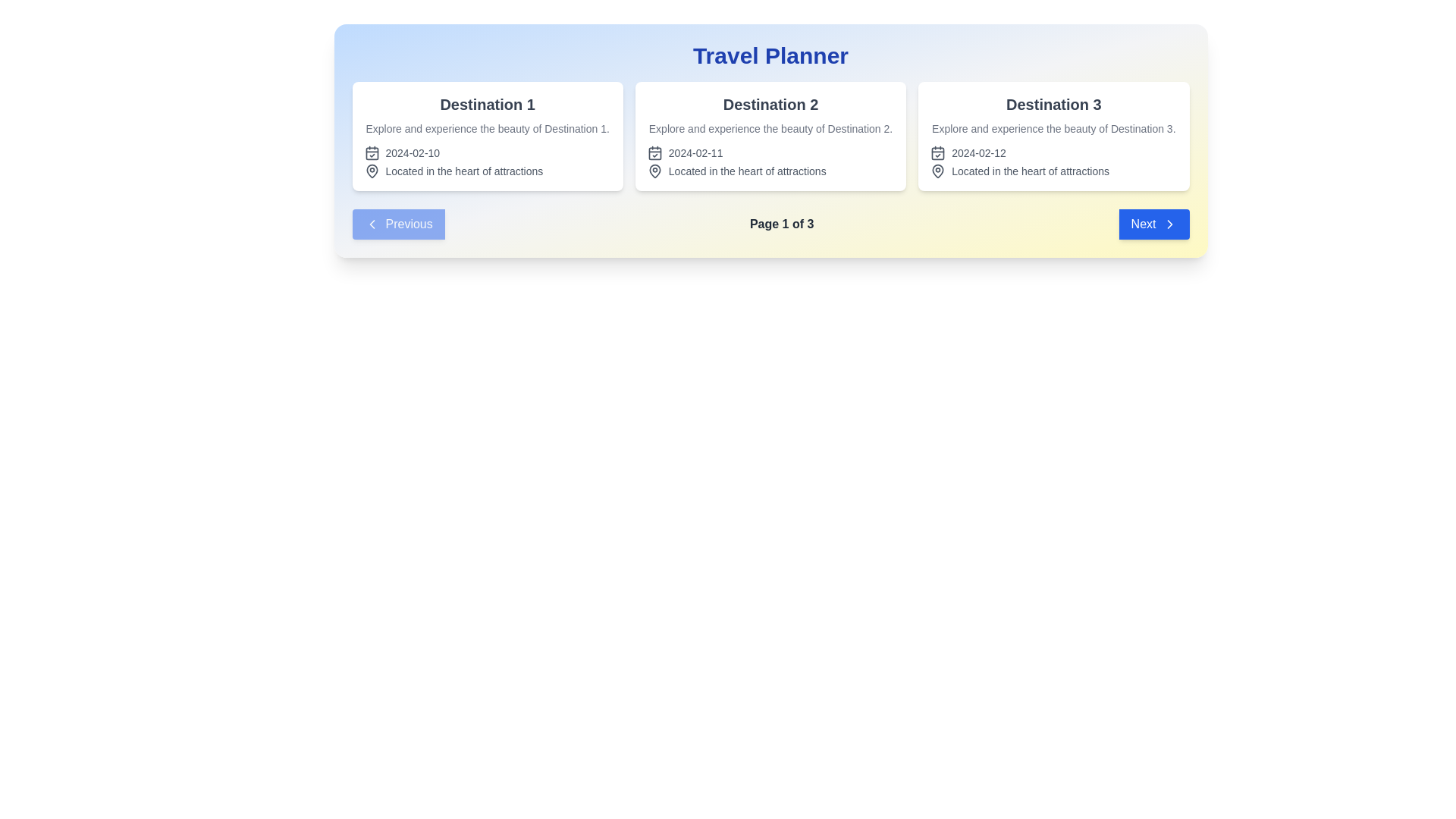 The width and height of the screenshot is (1456, 819). I want to click on the pin icon located in the third destination card below the title 'Destination 3', which resembles a drop shape and is styled in a dark color, so click(937, 171).